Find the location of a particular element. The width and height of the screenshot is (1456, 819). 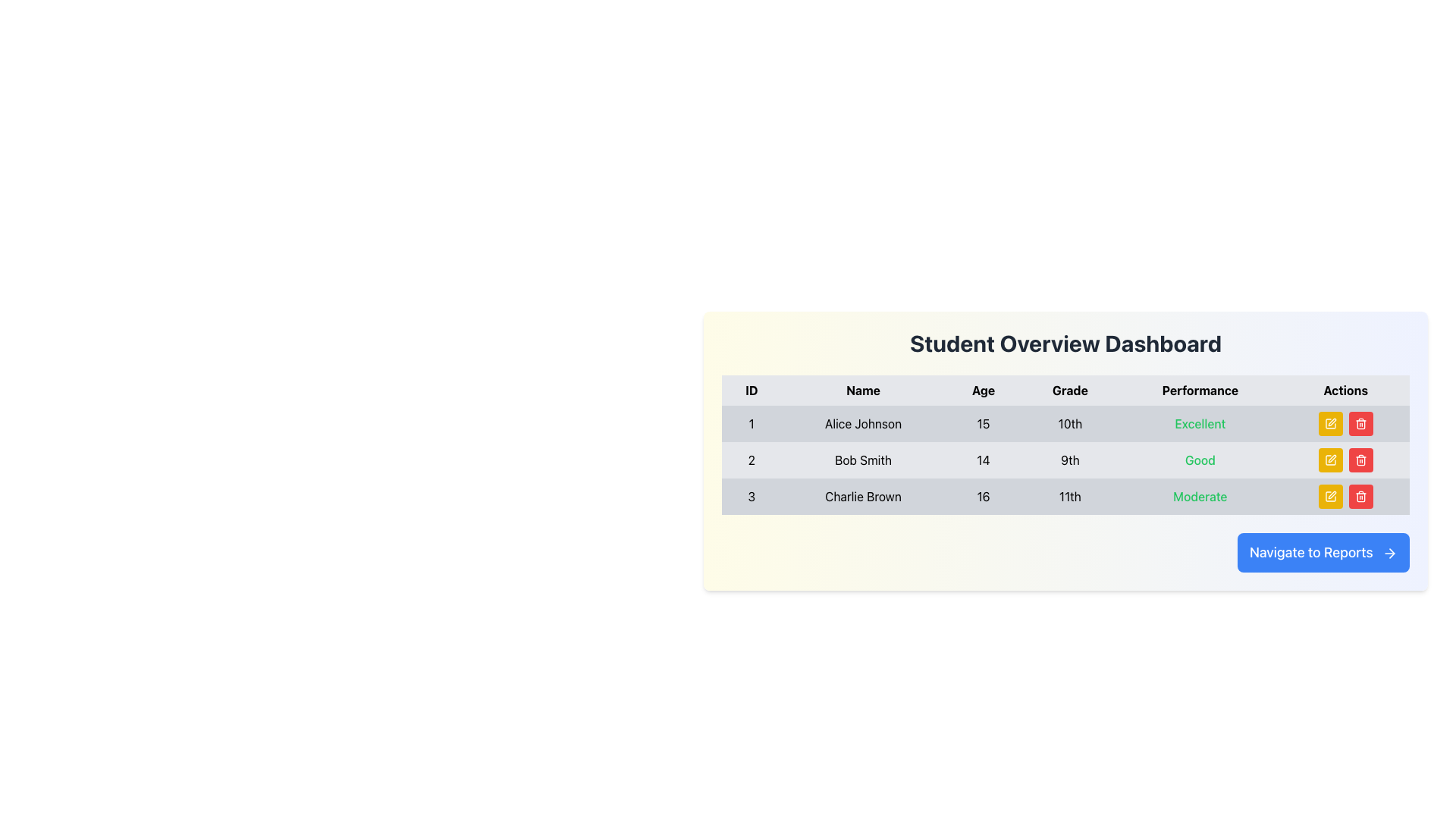

the text label displaying the name of the student associated with student ID '3' in the 'Student Overview Dashboard' table, located under the 'Name' column is located at coordinates (863, 497).